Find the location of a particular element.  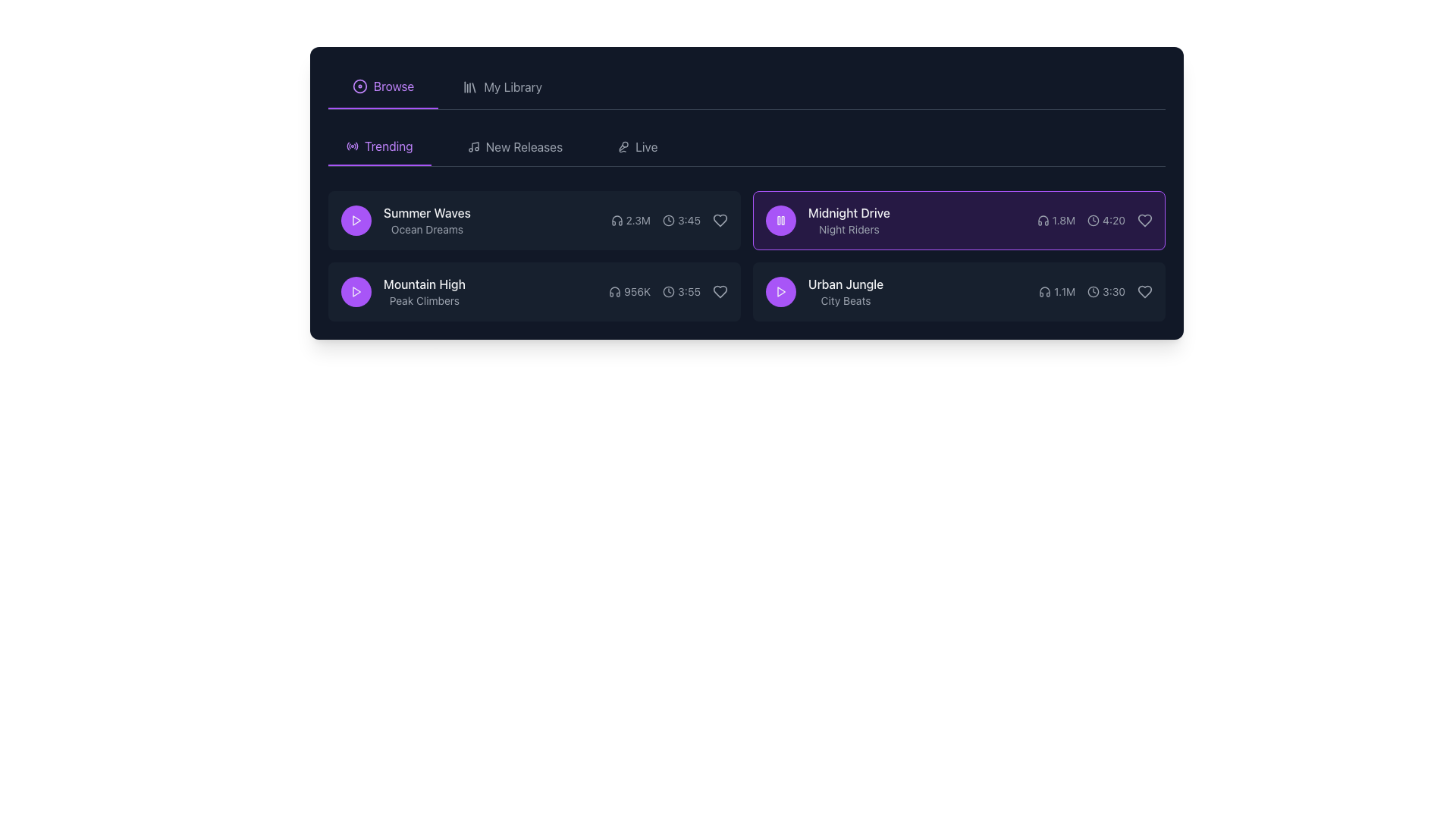

the navigation link that redirects to live content, which is the third item from the left in the navigation bar, to trigger a style change is located at coordinates (637, 146).